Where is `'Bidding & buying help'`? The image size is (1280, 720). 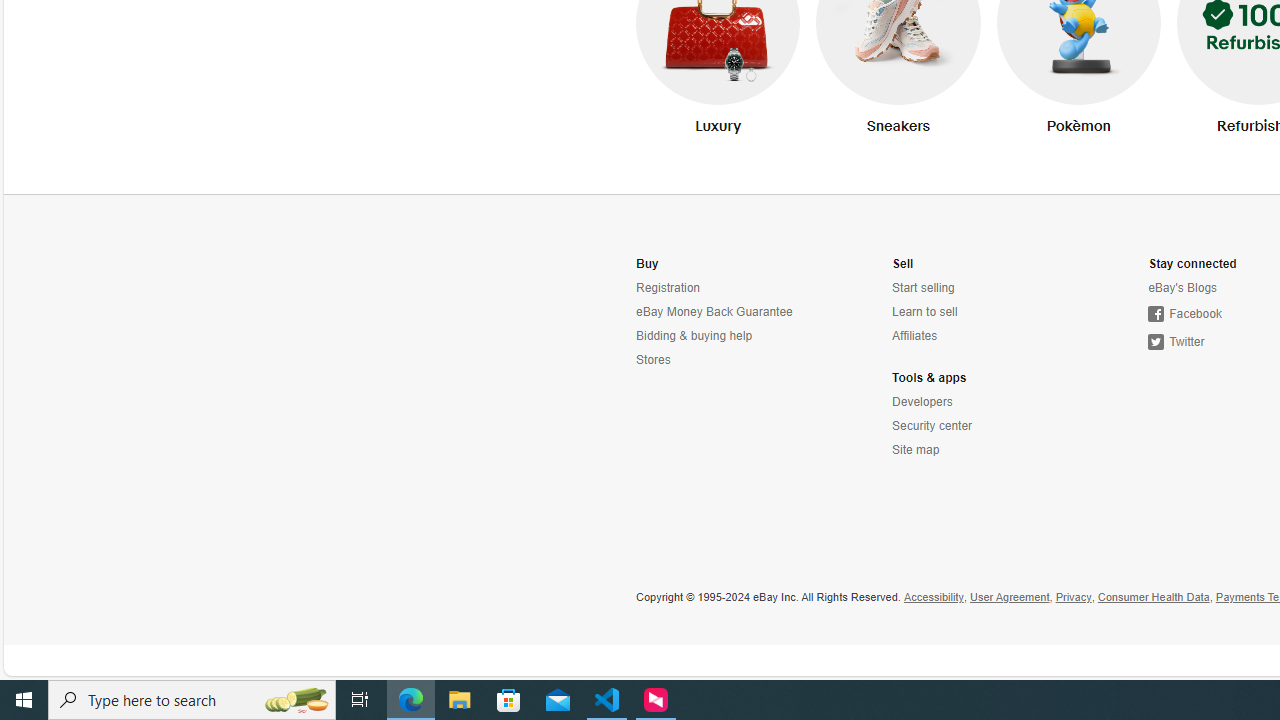
'Bidding & buying help' is located at coordinates (694, 335).